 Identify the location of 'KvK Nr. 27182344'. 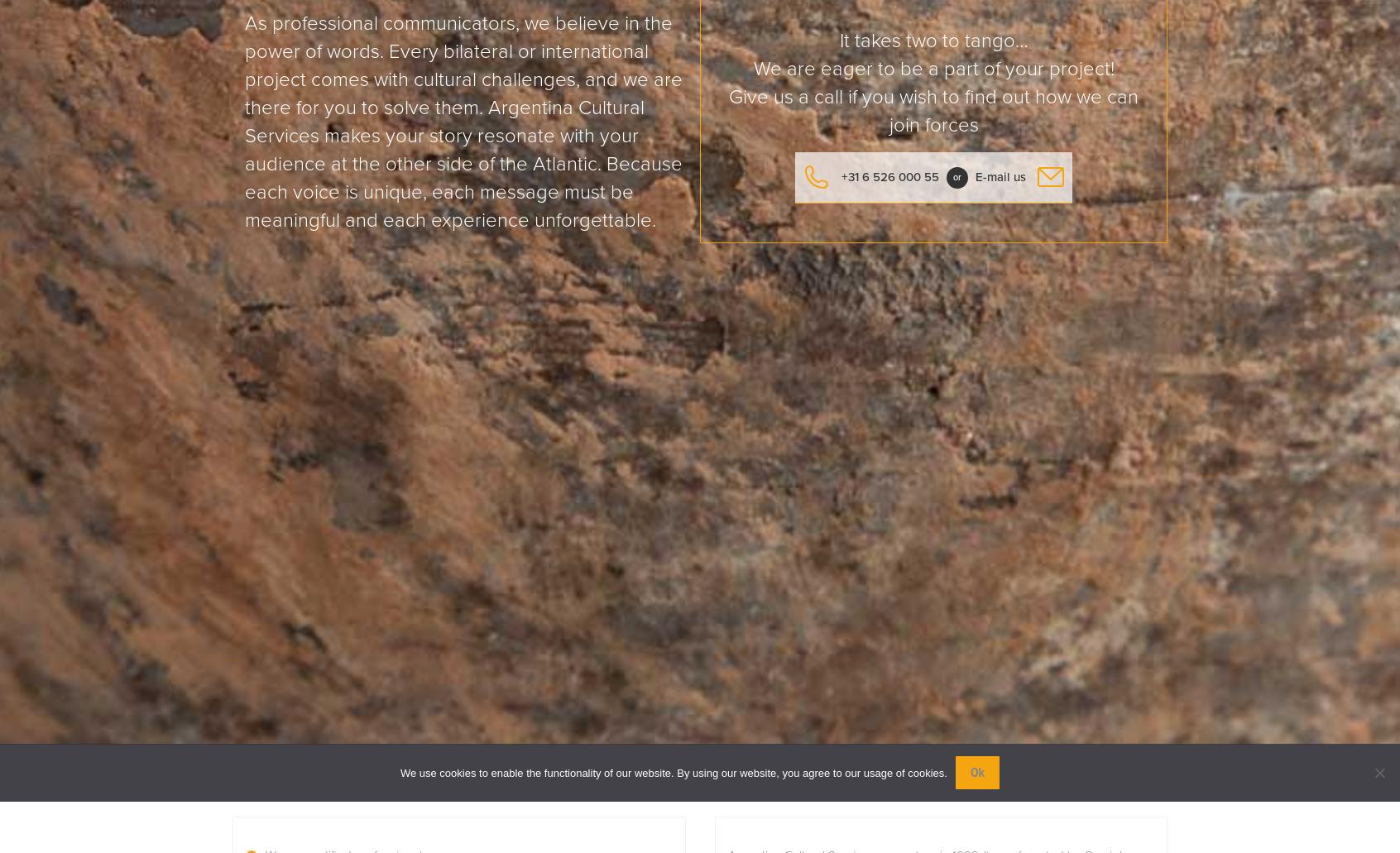
(607, 535).